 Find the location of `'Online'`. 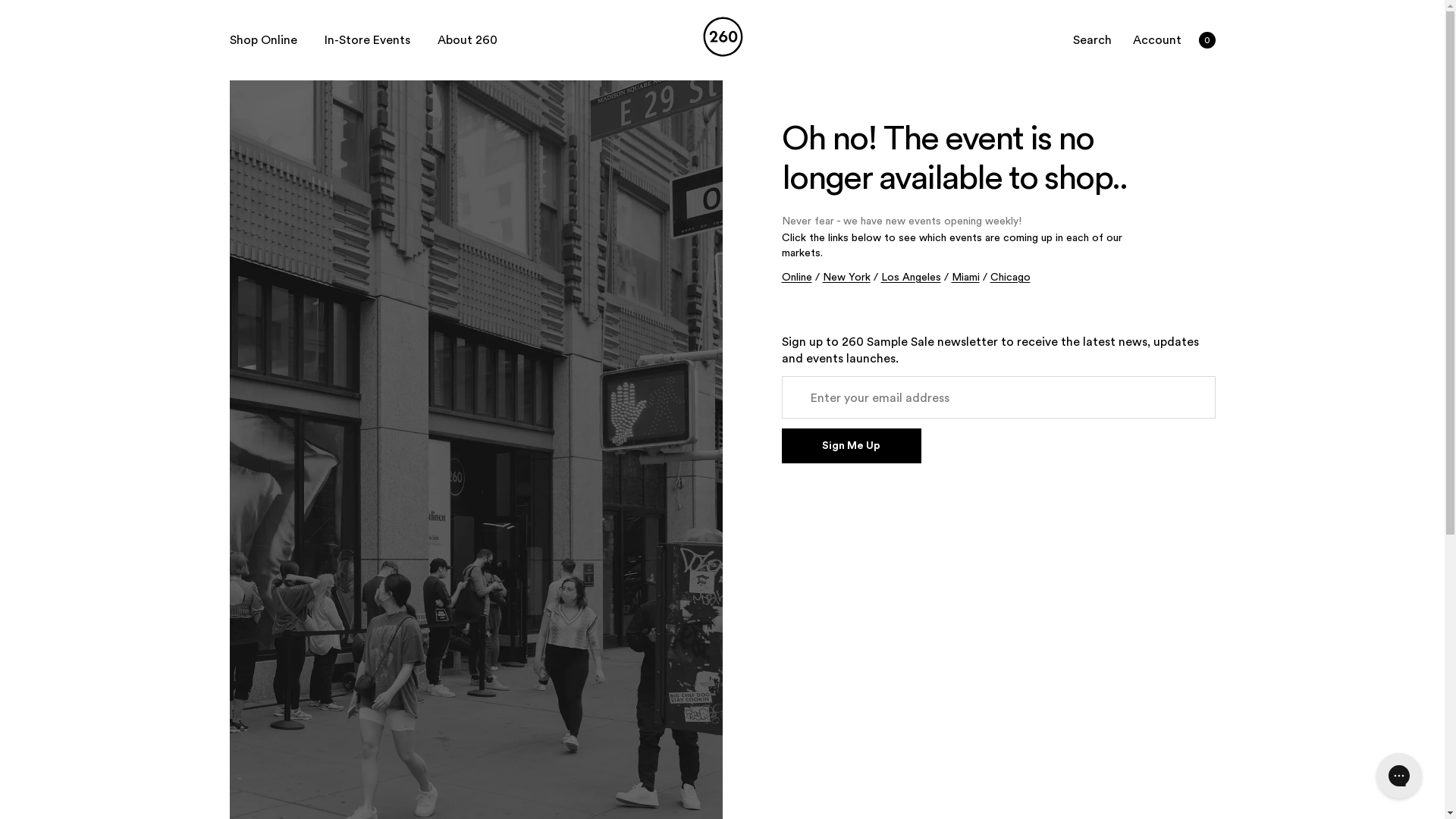

'Online' is located at coordinates (781, 278).